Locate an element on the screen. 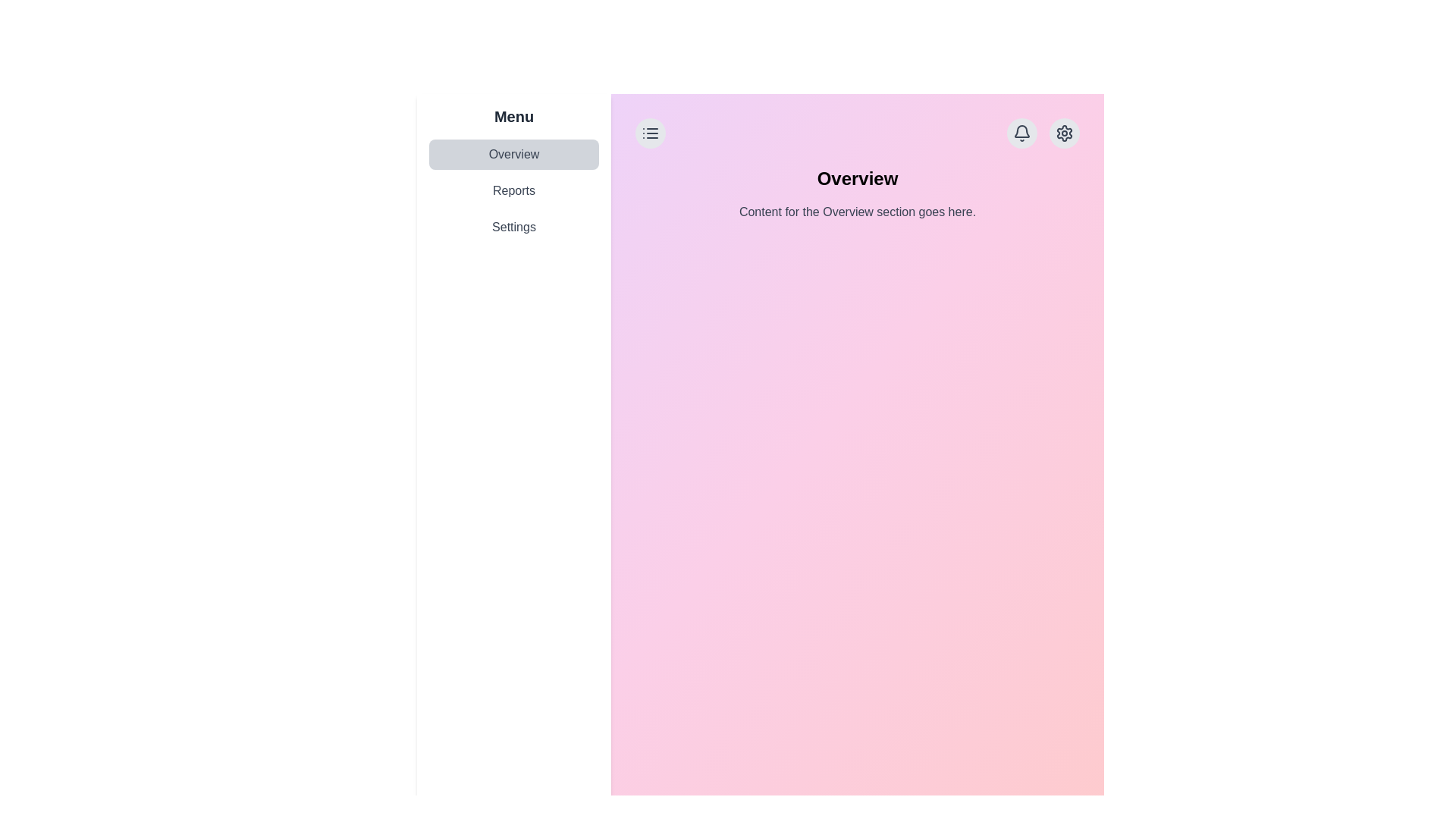 This screenshot has height=819, width=1456. the 'Settings' menu item, which is the third item in the vertical list of the left sidebar menu and is styled in a gray font is located at coordinates (513, 227).